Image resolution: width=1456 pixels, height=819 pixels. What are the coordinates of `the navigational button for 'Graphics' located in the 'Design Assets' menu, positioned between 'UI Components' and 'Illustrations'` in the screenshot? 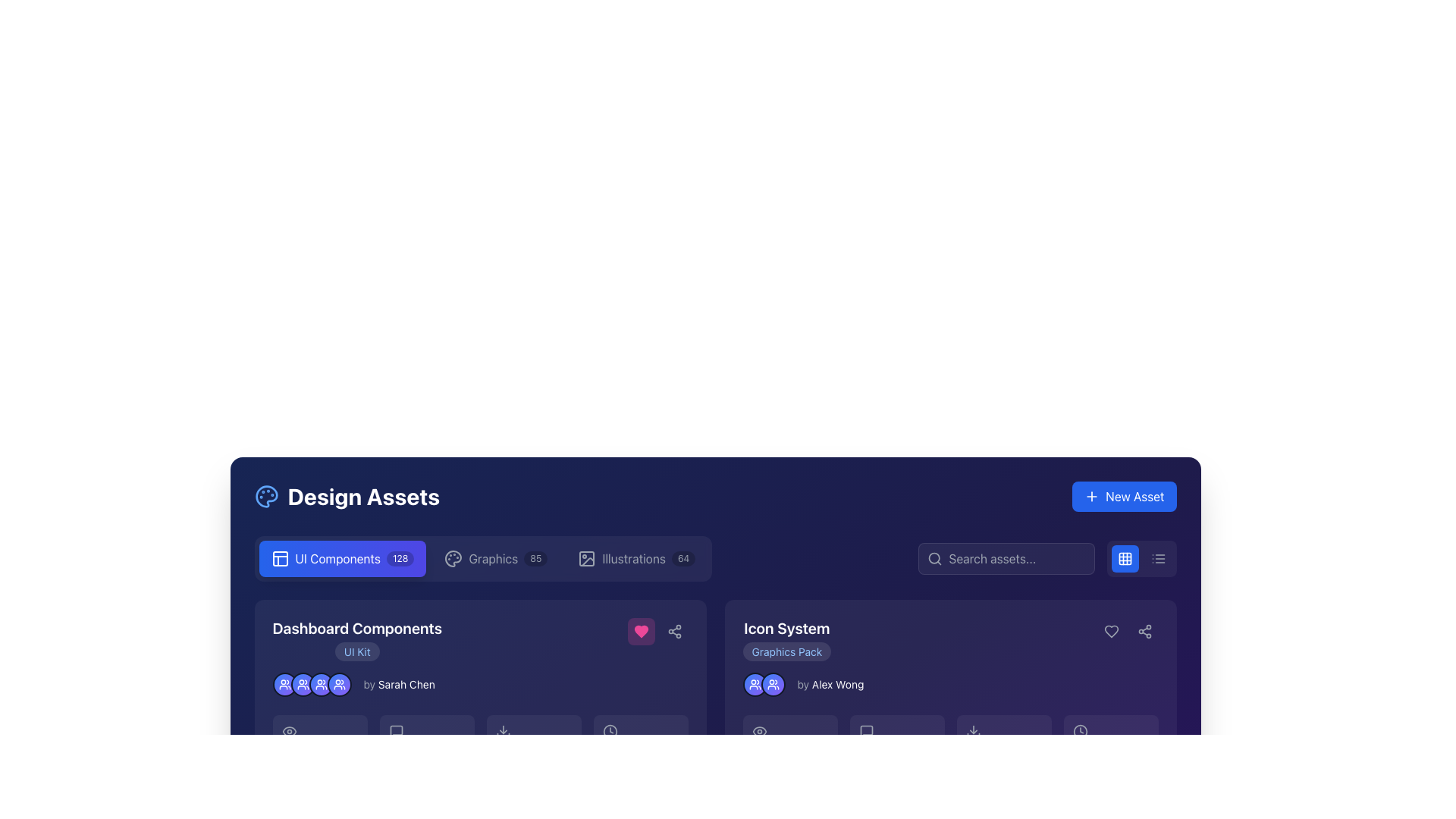 It's located at (496, 558).